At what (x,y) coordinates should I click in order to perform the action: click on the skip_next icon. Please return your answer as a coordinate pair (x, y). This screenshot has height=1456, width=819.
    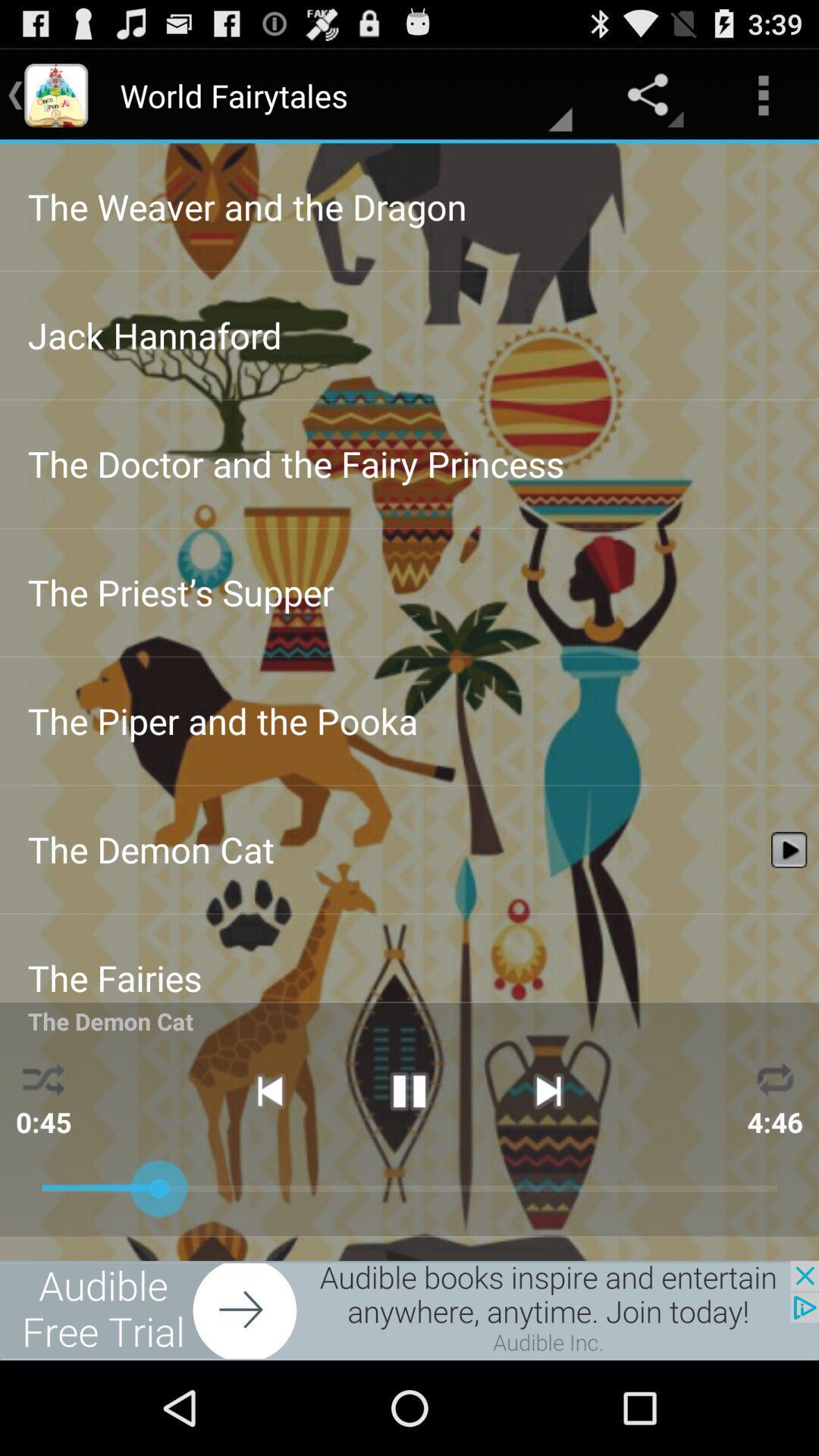
    Looking at the image, I should click on (548, 1166).